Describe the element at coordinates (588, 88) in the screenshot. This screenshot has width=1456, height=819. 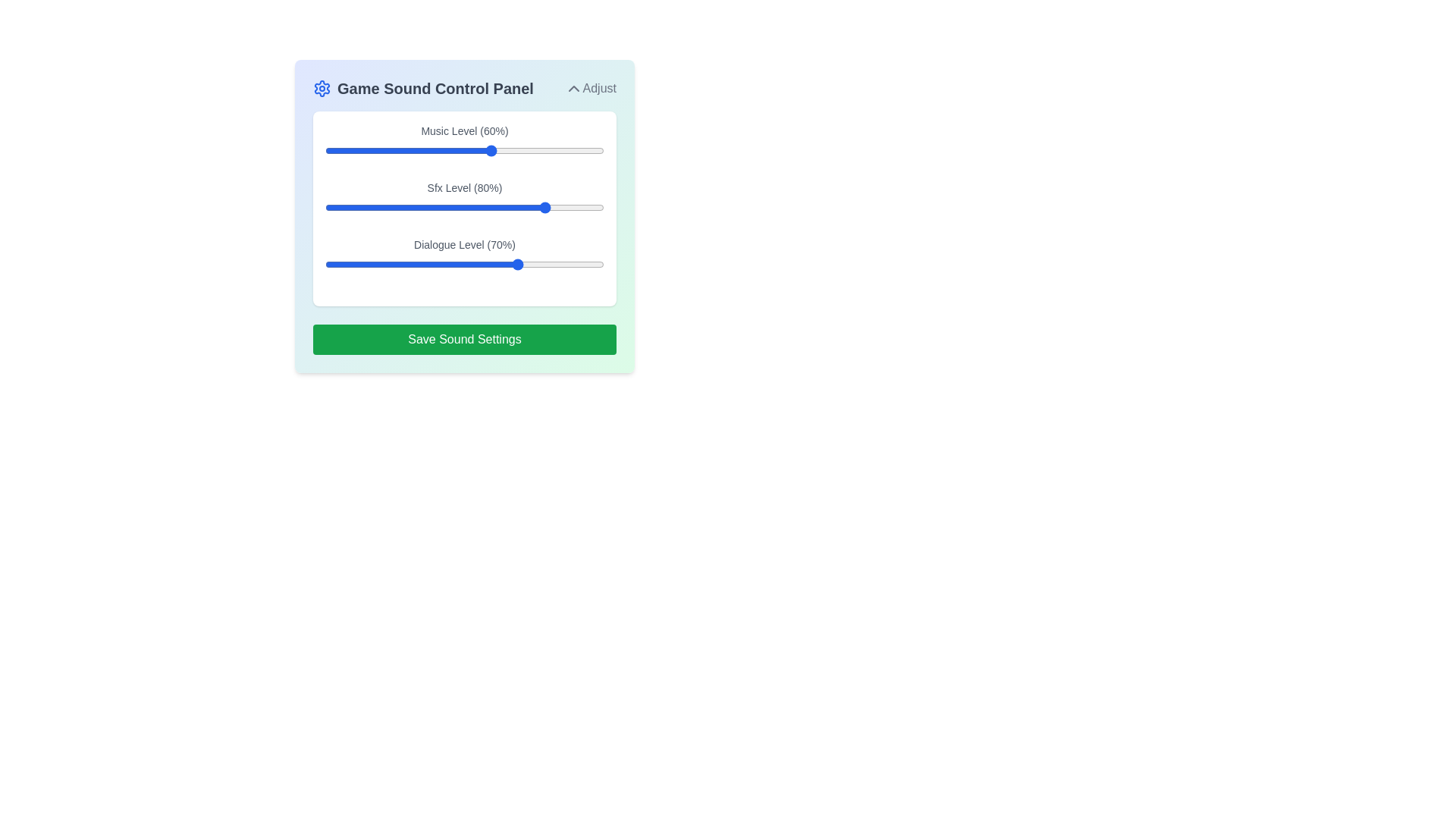
I see `the 'Adjust' button to toggle the panel expansion` at that location.